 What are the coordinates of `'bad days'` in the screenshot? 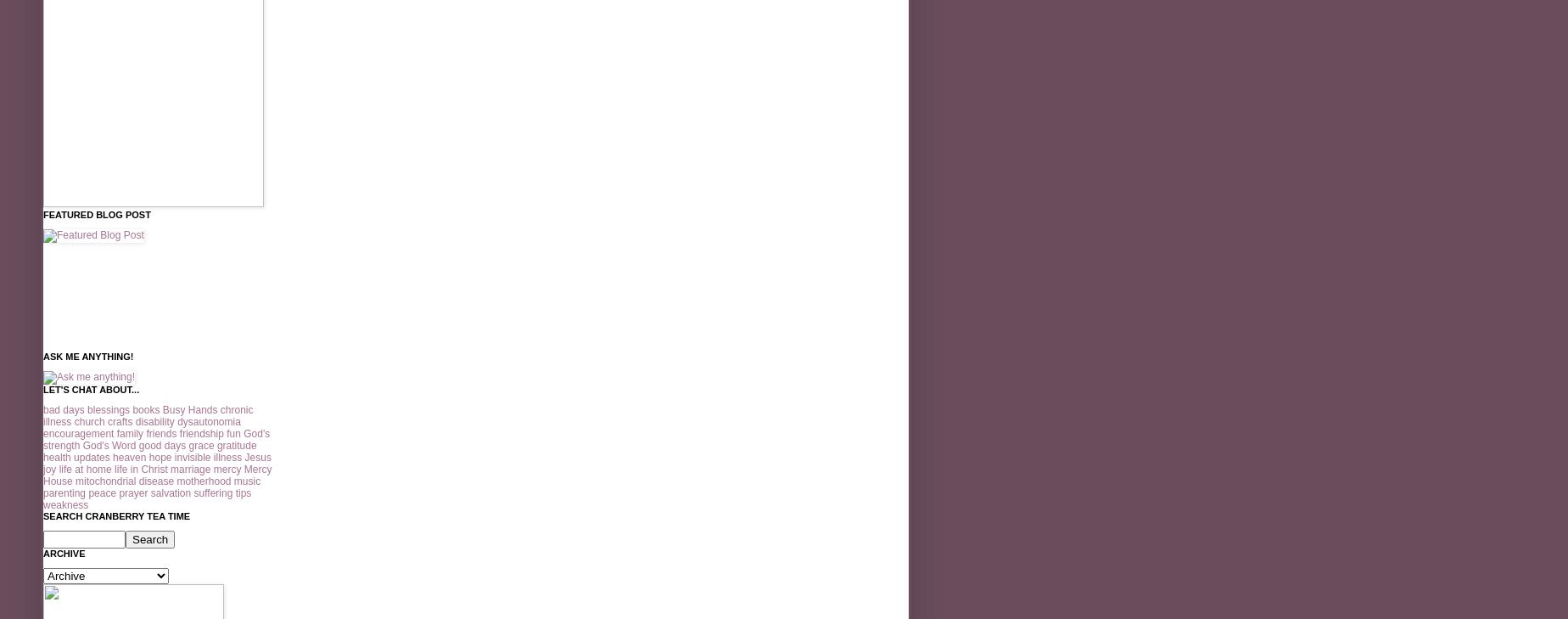 It's located at (64, 410).